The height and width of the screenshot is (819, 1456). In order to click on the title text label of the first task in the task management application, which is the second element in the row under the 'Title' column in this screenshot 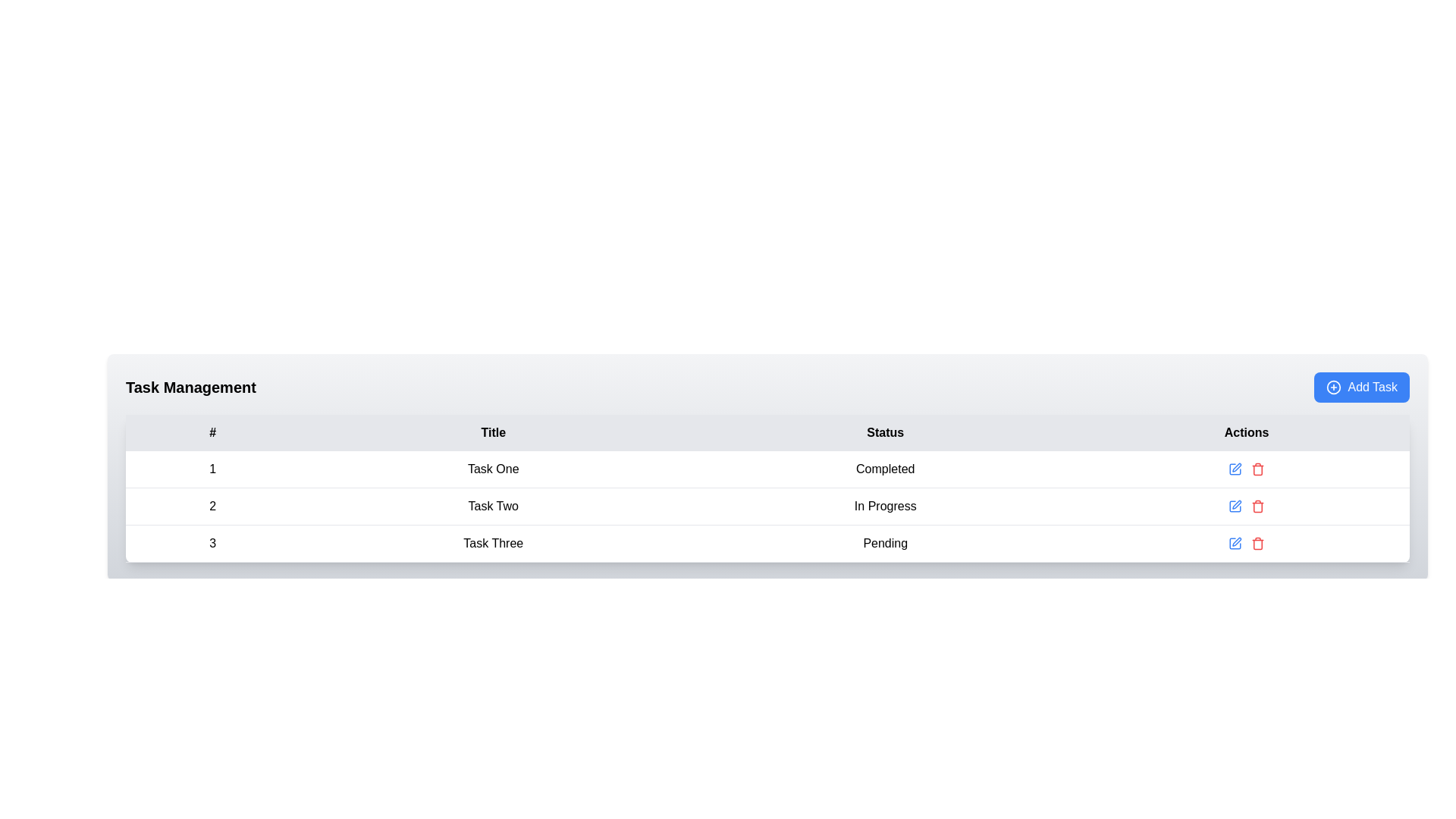, I will do `click(493, 469)`.